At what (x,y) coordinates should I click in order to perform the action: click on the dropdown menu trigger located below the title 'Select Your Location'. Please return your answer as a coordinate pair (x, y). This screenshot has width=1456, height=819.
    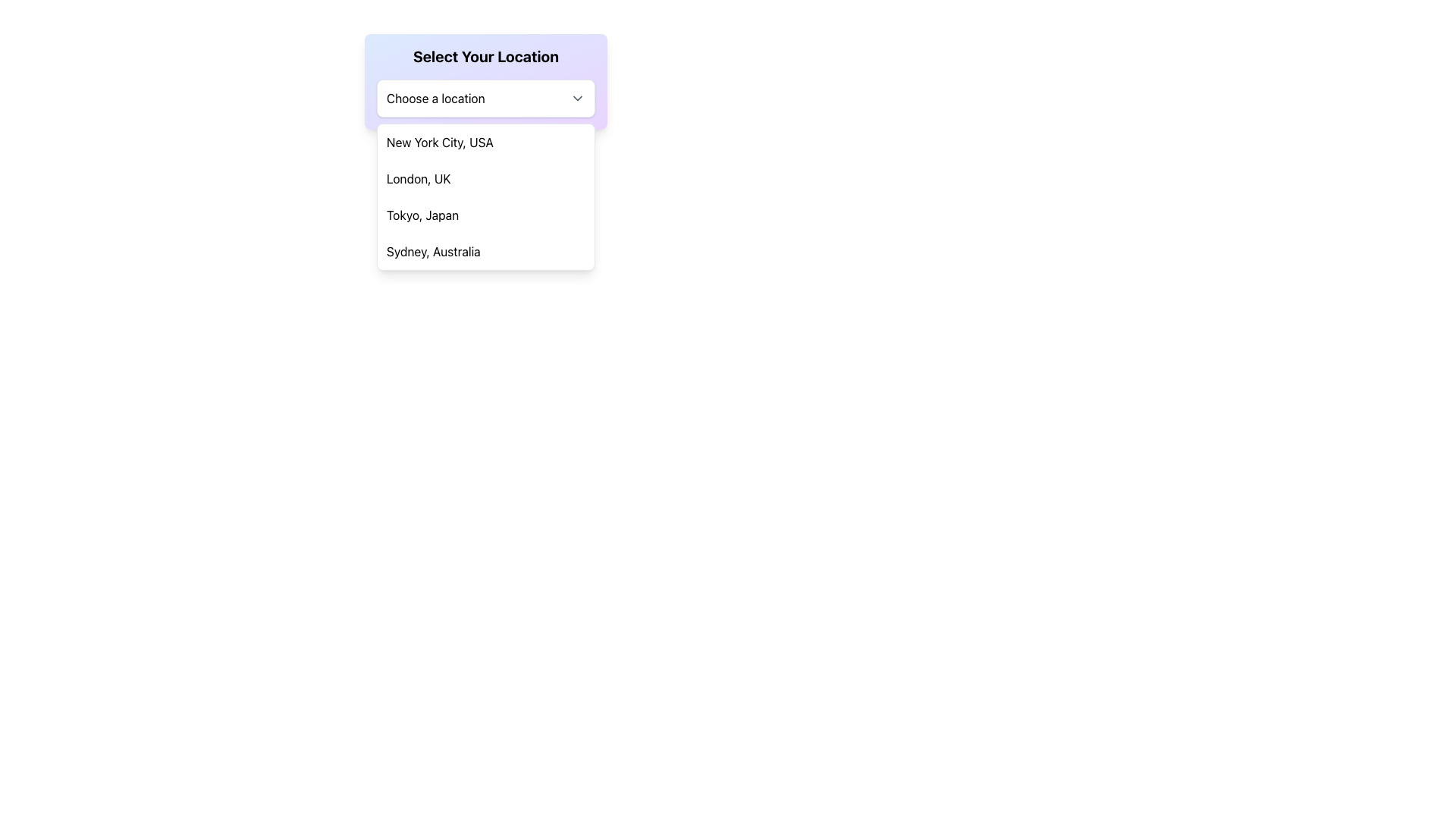
    Looking at the image, I should click on (486, 99).